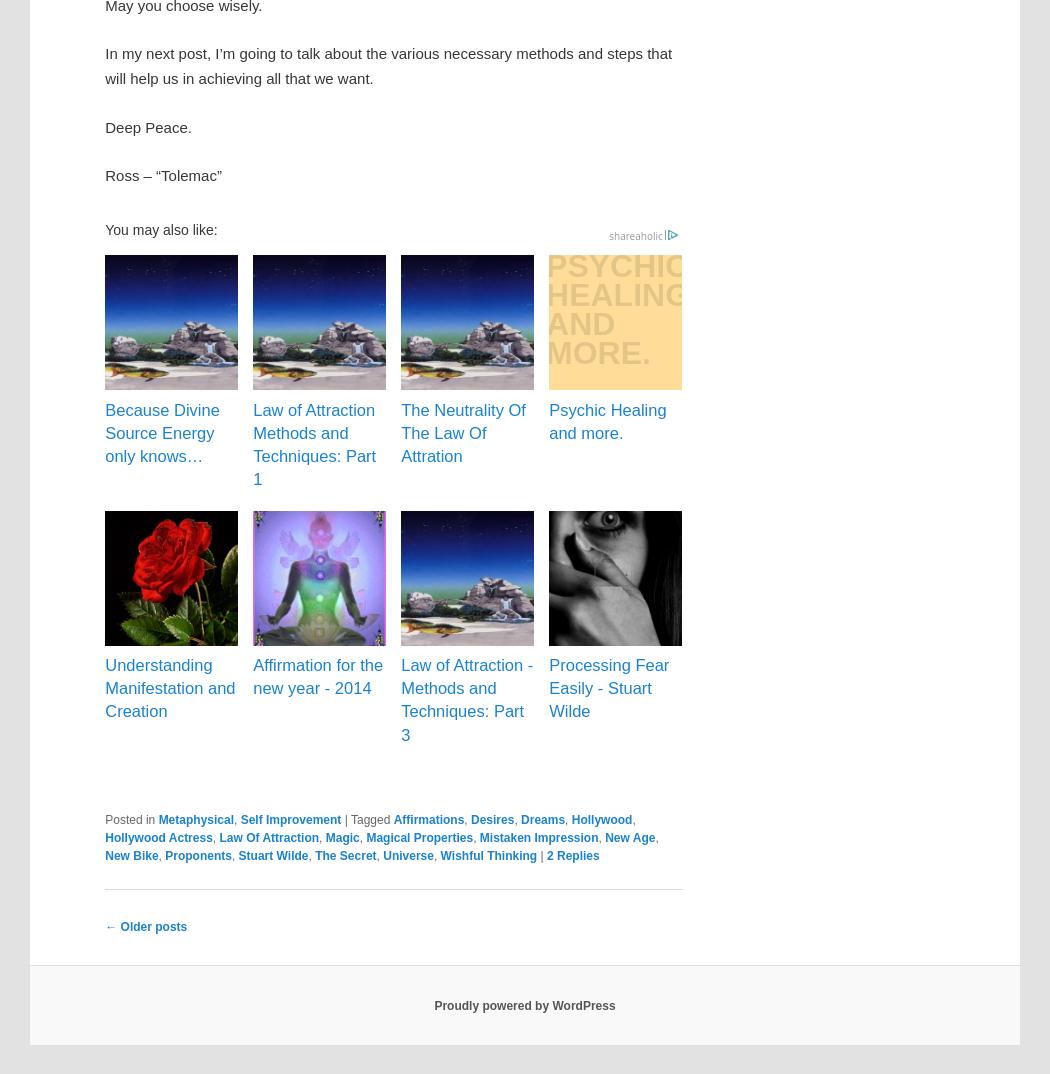 Image resolution: width=1050 pixels, height=1074 pixels. What do you see at coordinates (314, 442) in the screenshot?
I see `'Law of Attraction Methods and Techniques: Part 1'` at bounding box center [314, 442].